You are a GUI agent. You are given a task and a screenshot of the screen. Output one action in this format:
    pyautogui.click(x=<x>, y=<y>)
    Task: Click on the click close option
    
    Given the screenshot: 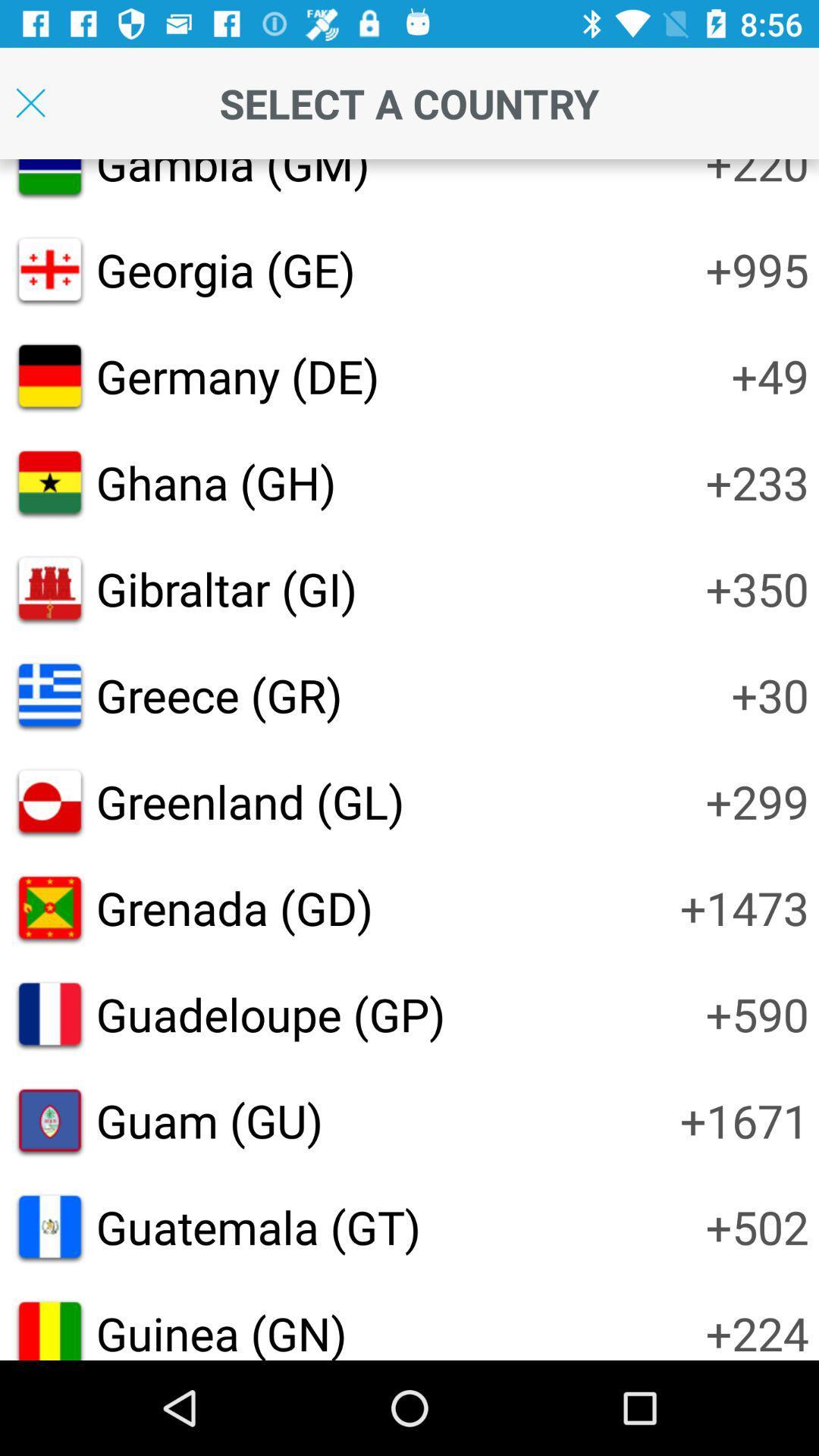 What is the action you would take?
    pyautogui.click(x=30, y=102)
    